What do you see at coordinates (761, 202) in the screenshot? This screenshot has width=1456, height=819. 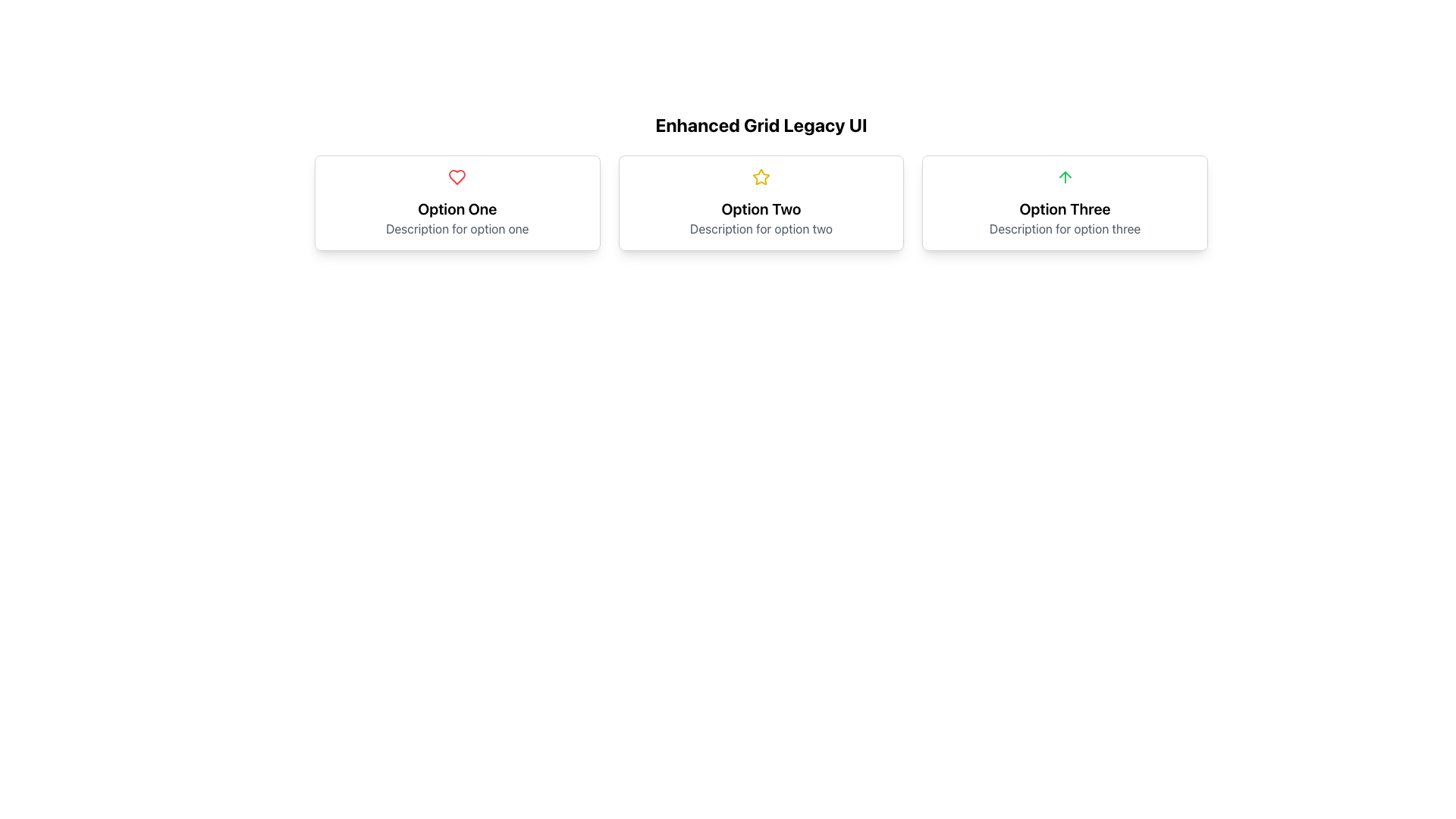 I see `information displayed on the 'Option Two' Card UI component, which is located in the middle of a three-part grid layout` at bounding box center [761, 202].